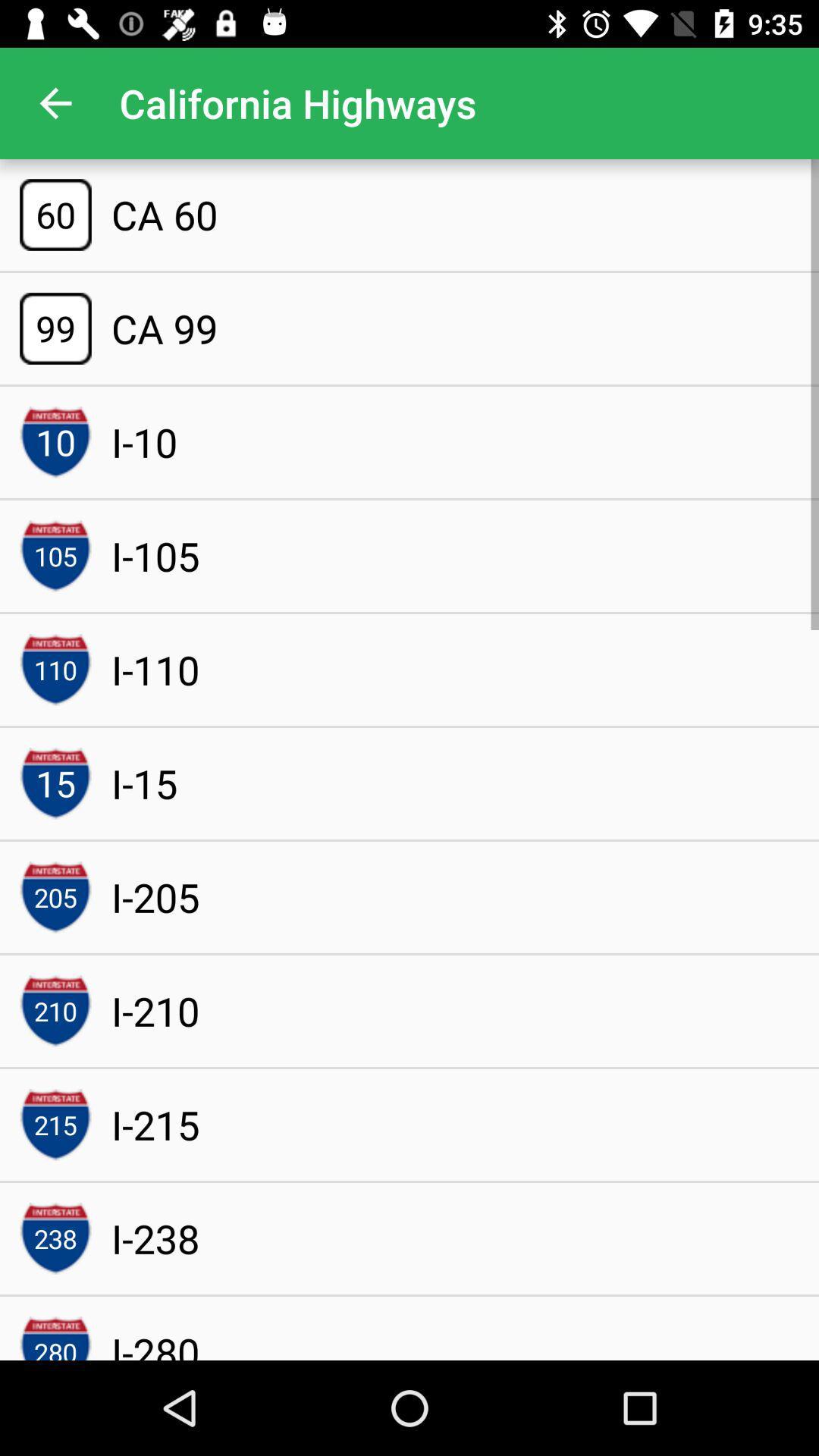  Describe the element at coordinates (55, 102) in the screenshot. I see `the item to the left of california highways` at that location.